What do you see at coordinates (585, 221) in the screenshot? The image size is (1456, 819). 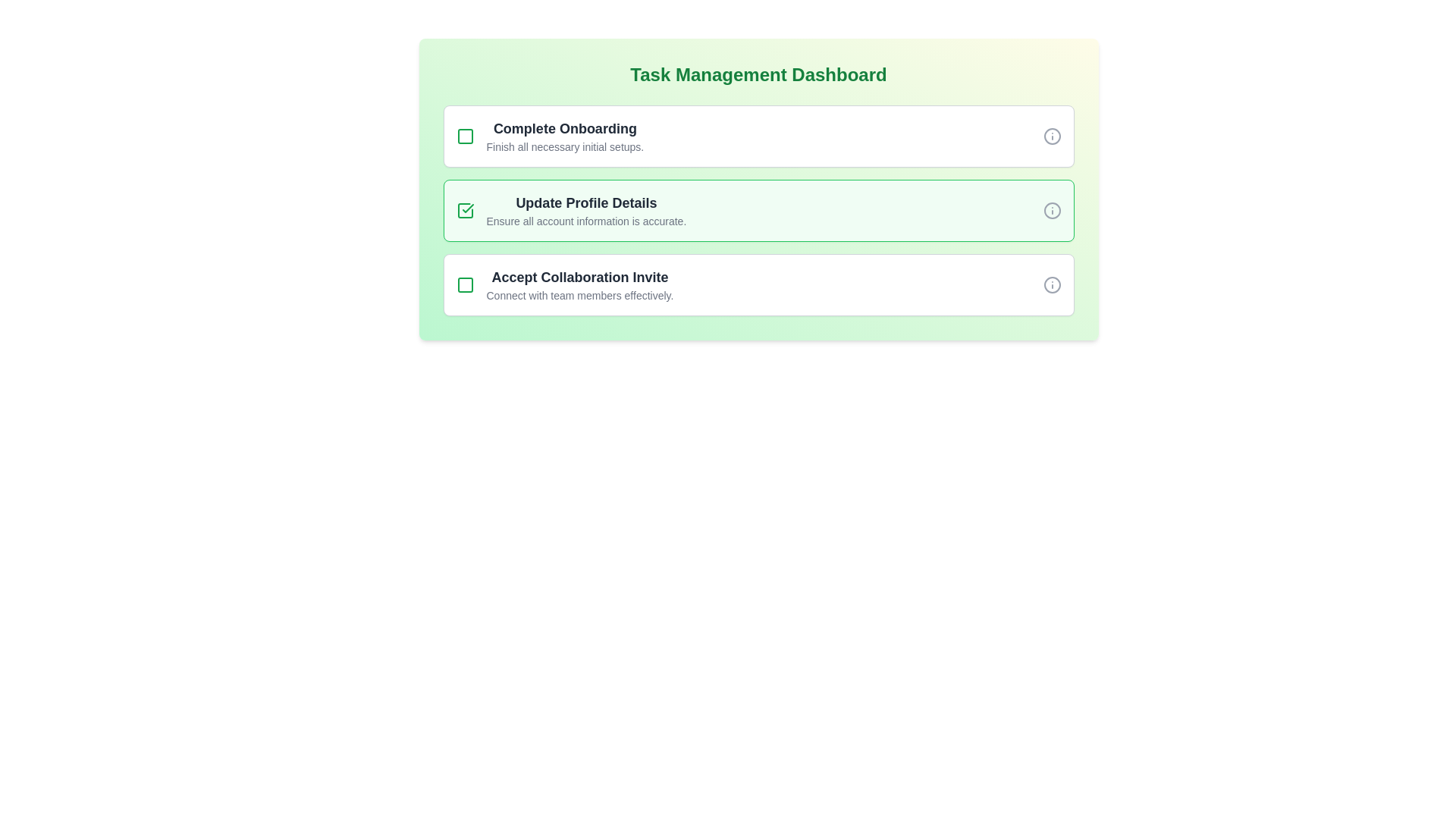 I see `the non-interactive text label located under the 'Update Profile Details' section, which provides guidance related to the task` at bounding box center [585, 221].